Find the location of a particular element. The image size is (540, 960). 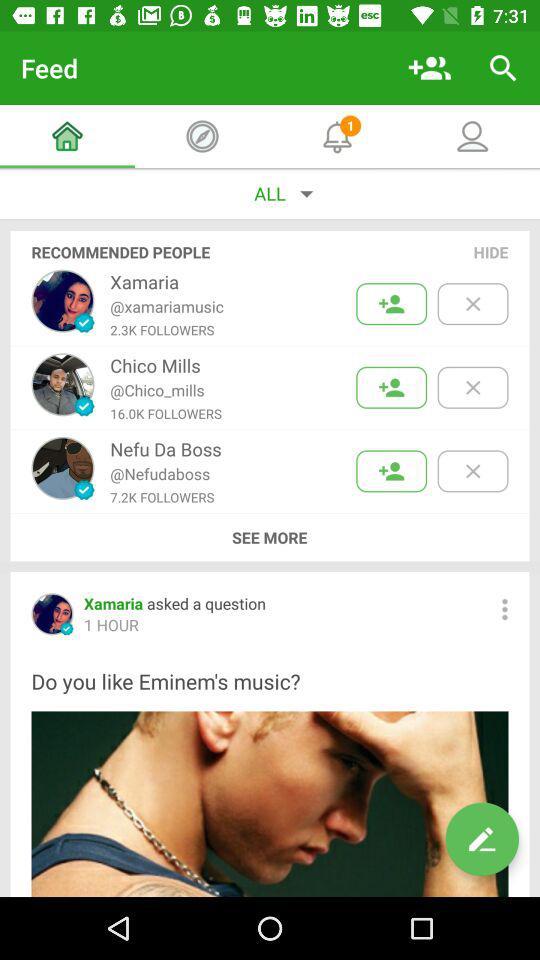

icon at the bottom right corner is located at coordinates (481, 839).